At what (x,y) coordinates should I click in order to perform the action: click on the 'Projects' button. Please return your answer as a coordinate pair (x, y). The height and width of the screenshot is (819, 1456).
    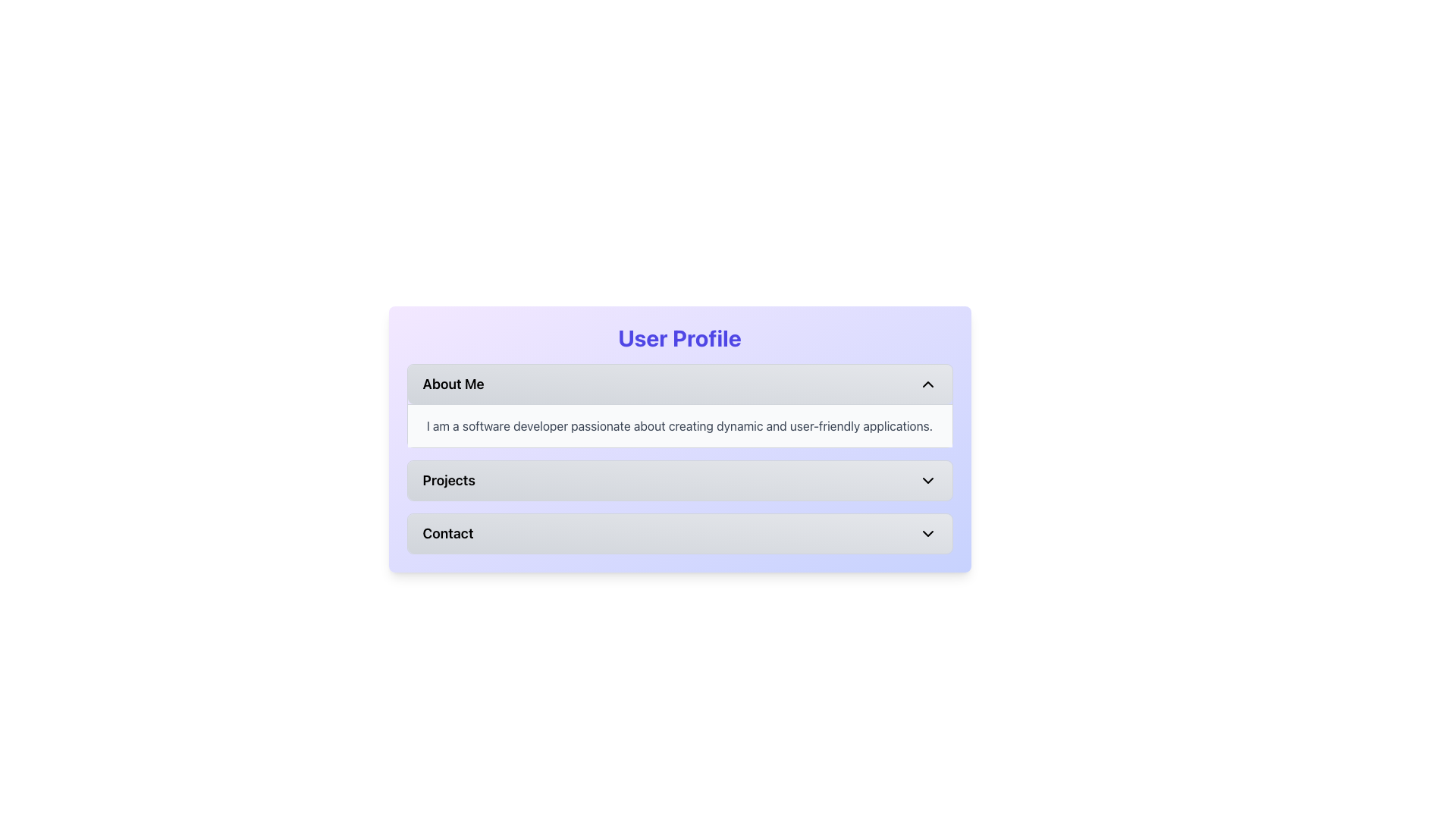
    Looking at the image, I should click on (679, 480).